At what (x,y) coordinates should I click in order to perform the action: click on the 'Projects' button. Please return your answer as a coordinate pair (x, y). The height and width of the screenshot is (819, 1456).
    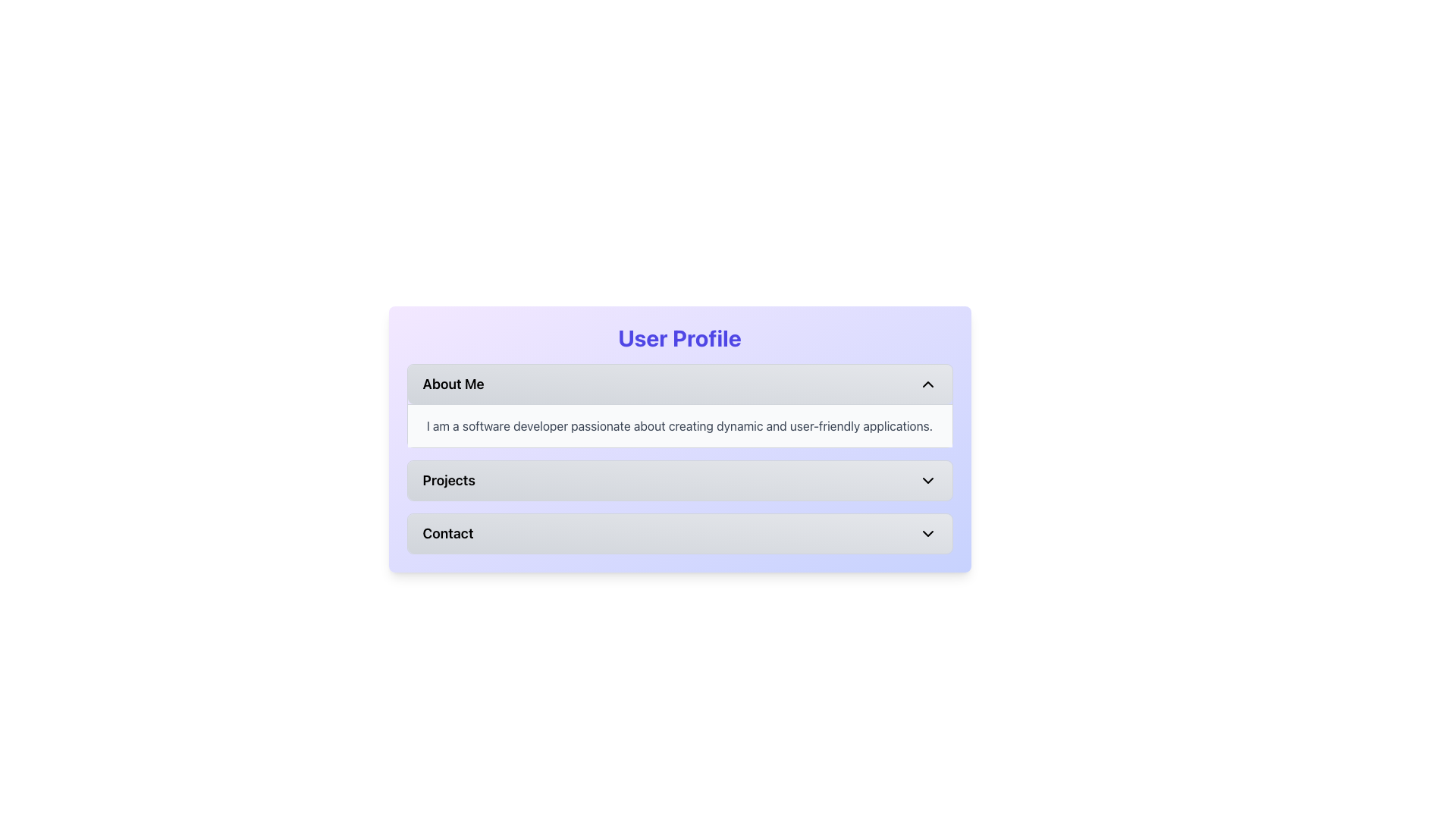
    Looking at the image, I should click on (679, 480).